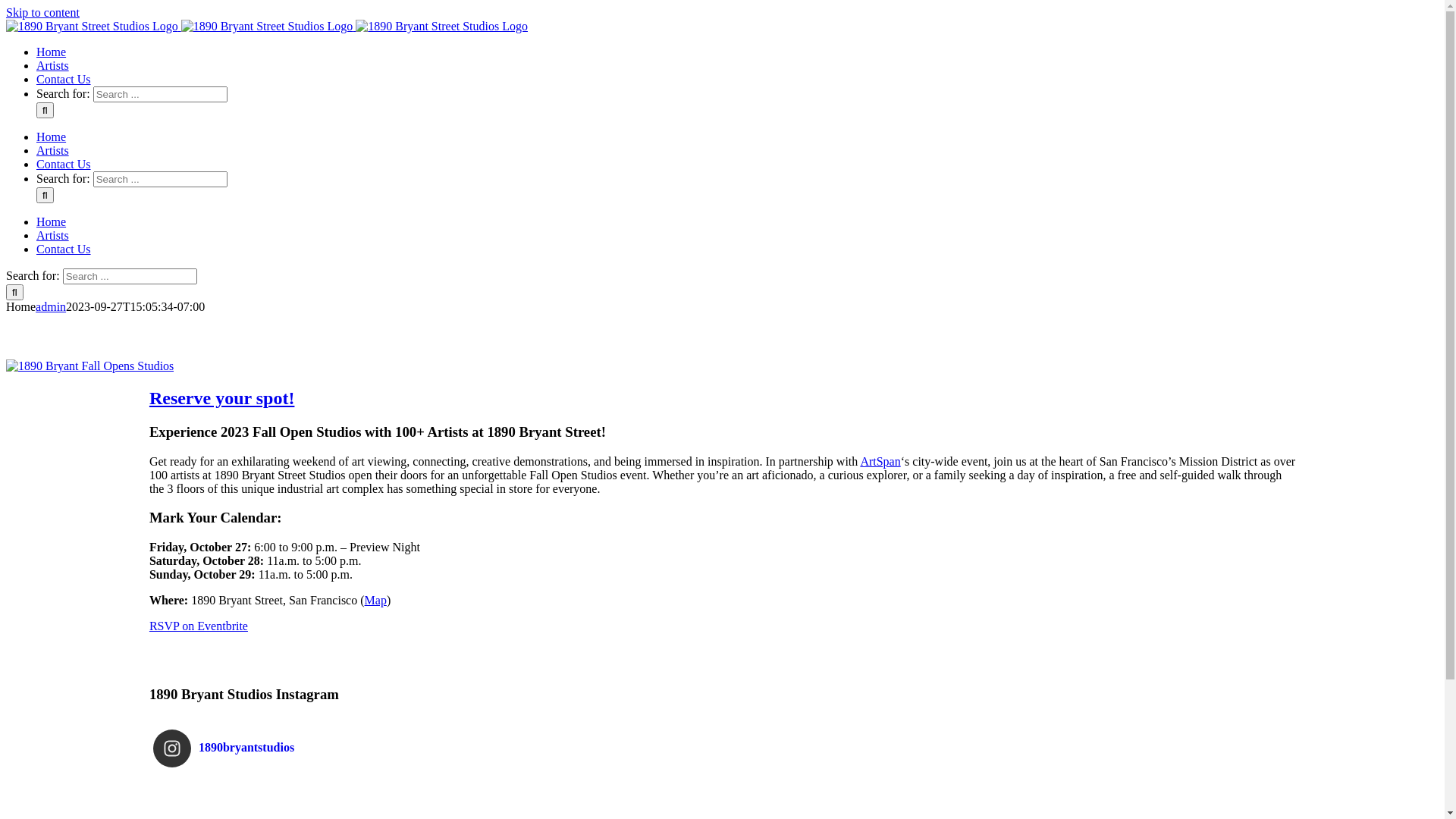  I want to click on 'Home', so click(51, 51).